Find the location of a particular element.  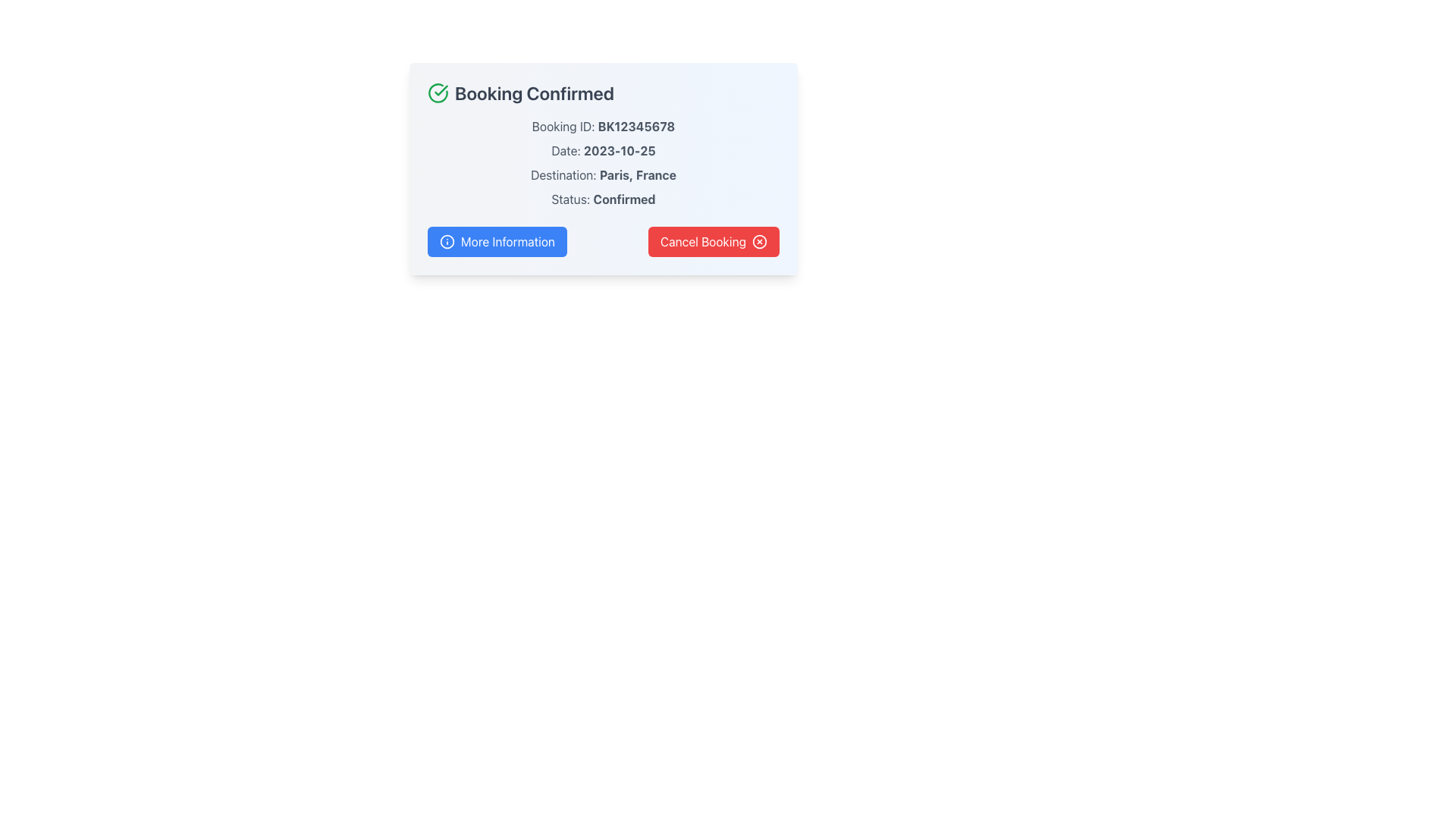

the circular red icon element located towards the right side of the layout, adjacent to the 'Cancel Booking' button is located at coordinates (760, 241).